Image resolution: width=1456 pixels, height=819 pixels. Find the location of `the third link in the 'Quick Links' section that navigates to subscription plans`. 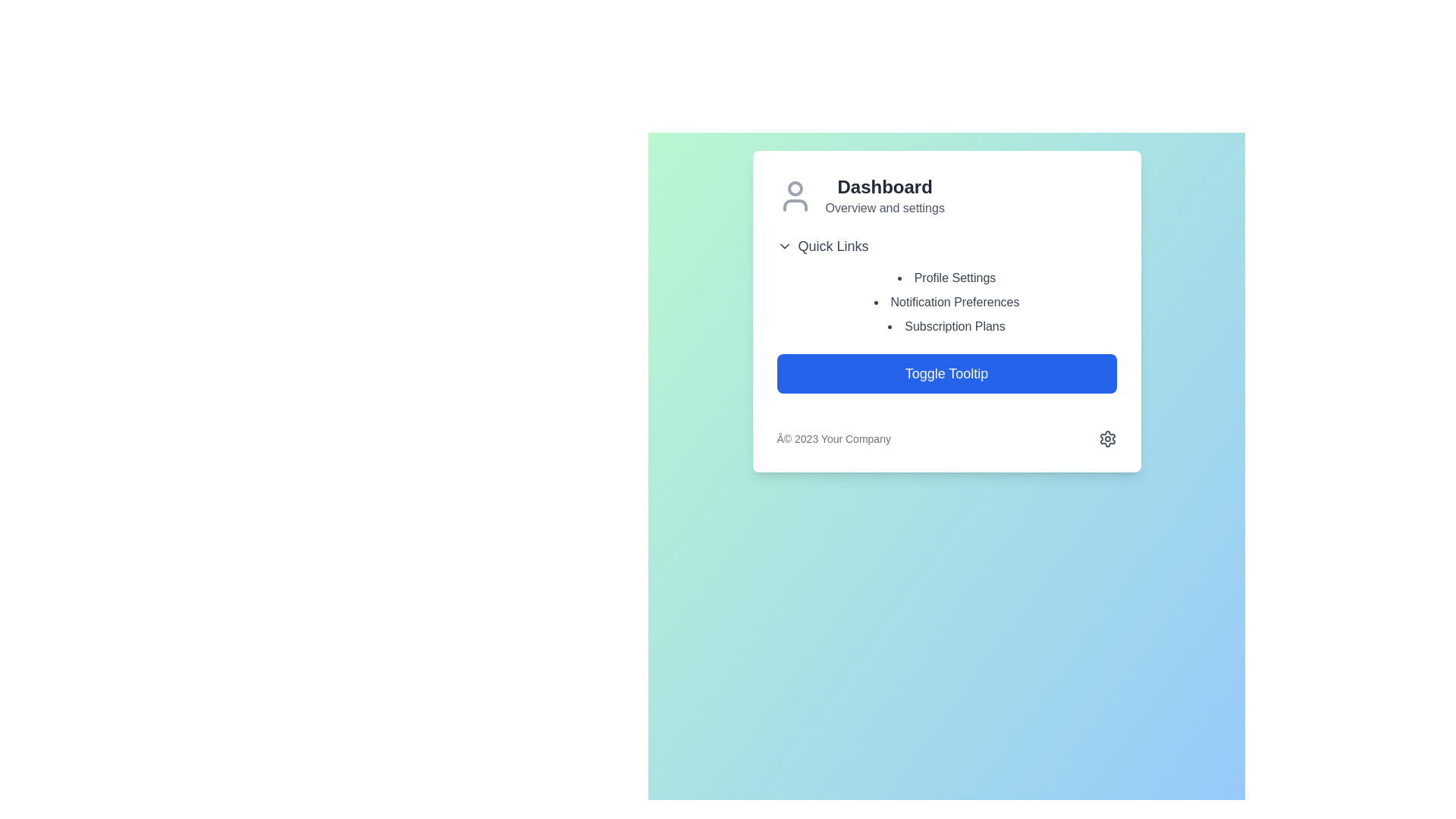

the third link in the 'Quick Links' section that navigates to subscription plans is located at coordinates (946, 326).